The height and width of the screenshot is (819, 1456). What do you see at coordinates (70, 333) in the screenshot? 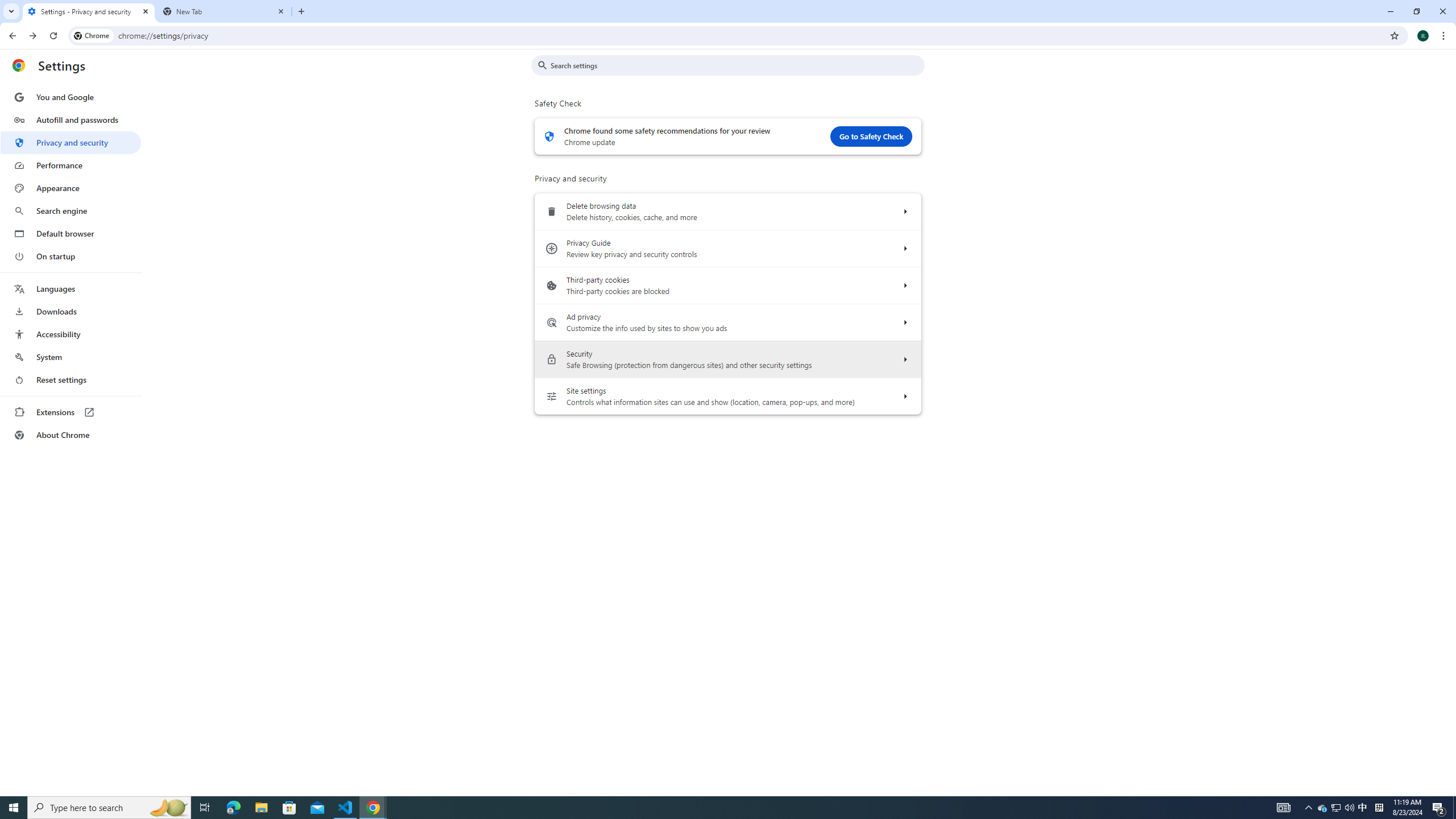
I see `'Accessibility'` at bounding box center [70, 333].